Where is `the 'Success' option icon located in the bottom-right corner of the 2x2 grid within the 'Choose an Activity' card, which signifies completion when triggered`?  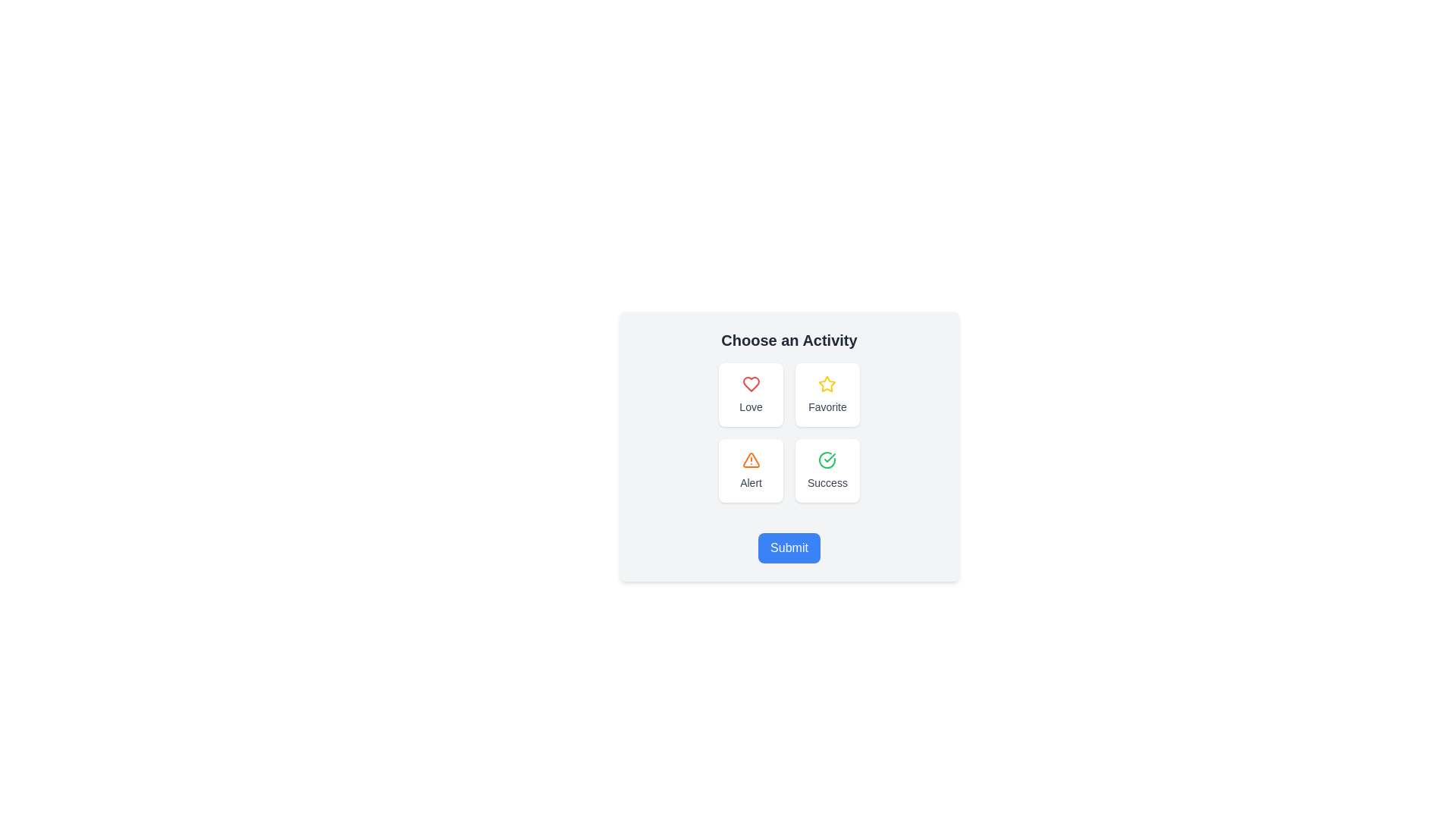
the 'Success' option icon located in the bottom-right corner of the 2x2 grid within the 'Choose an Activity' card, which signifies completion when triggered is located at coordinates (827, 459).